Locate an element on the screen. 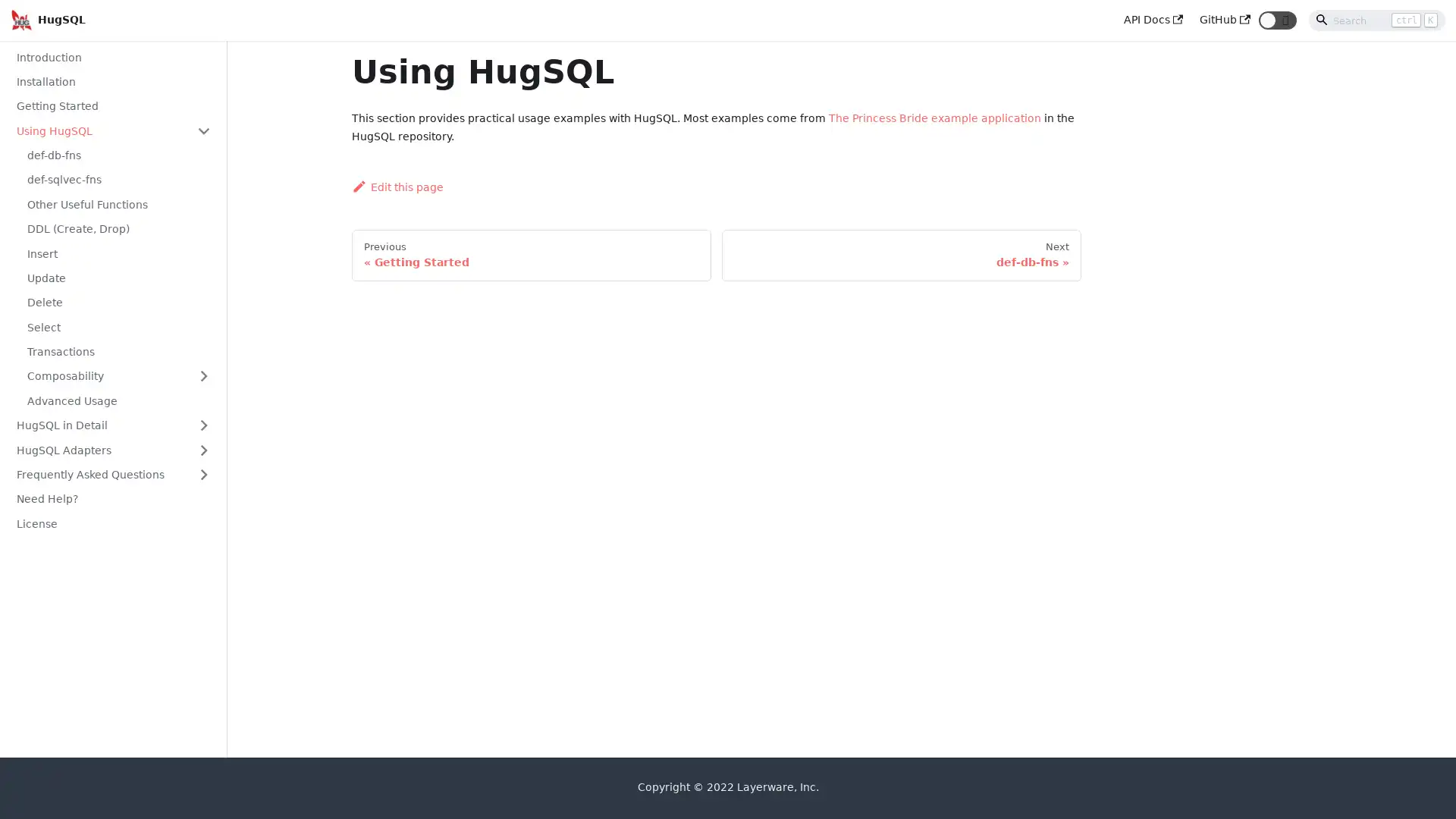  Toggle the collapsible sidebar category 'Using HugSQL' is located at coordinates (202, 130).